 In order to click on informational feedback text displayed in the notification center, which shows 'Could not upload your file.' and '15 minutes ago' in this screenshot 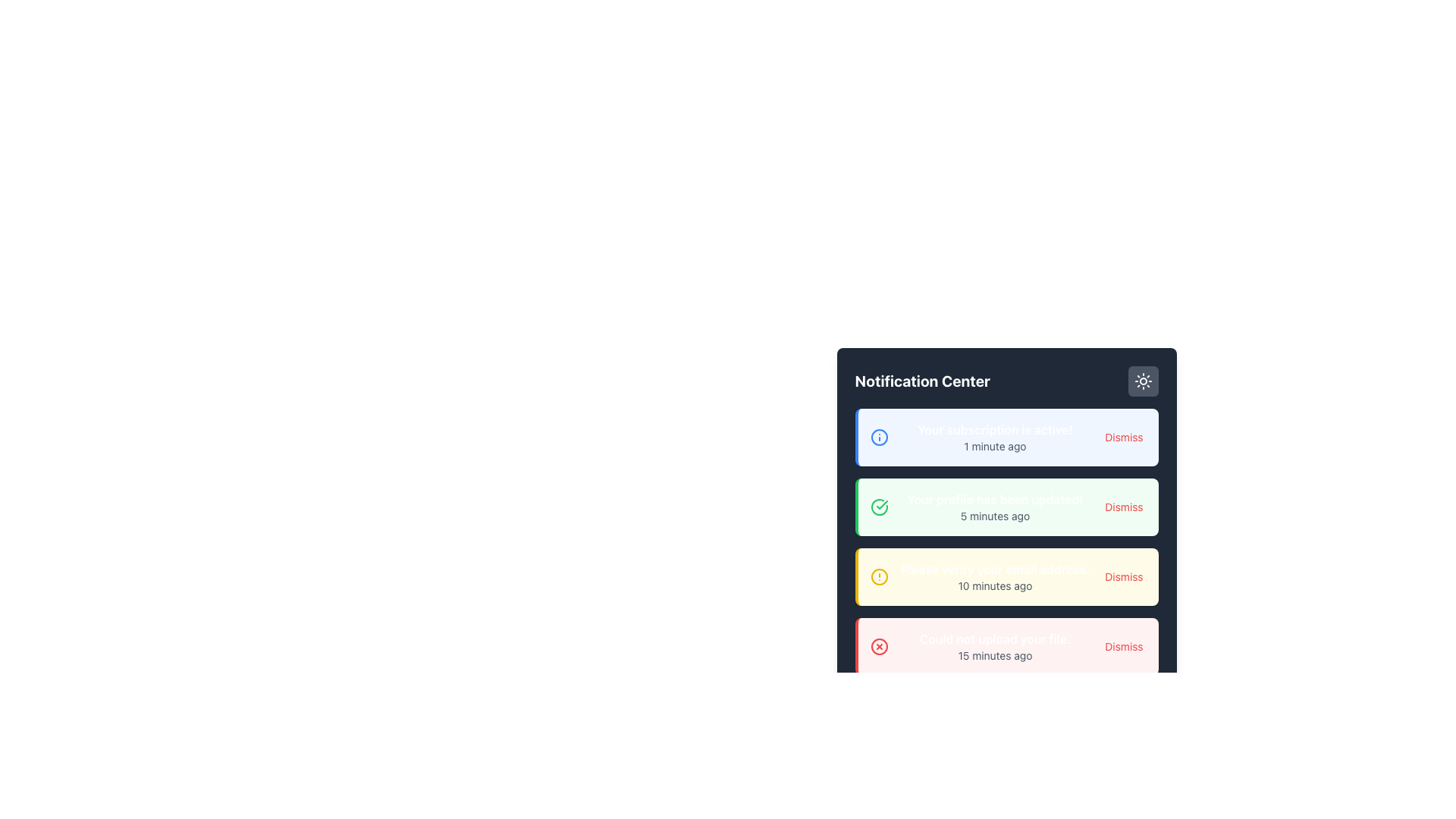, I will do `click(995, 646)`.